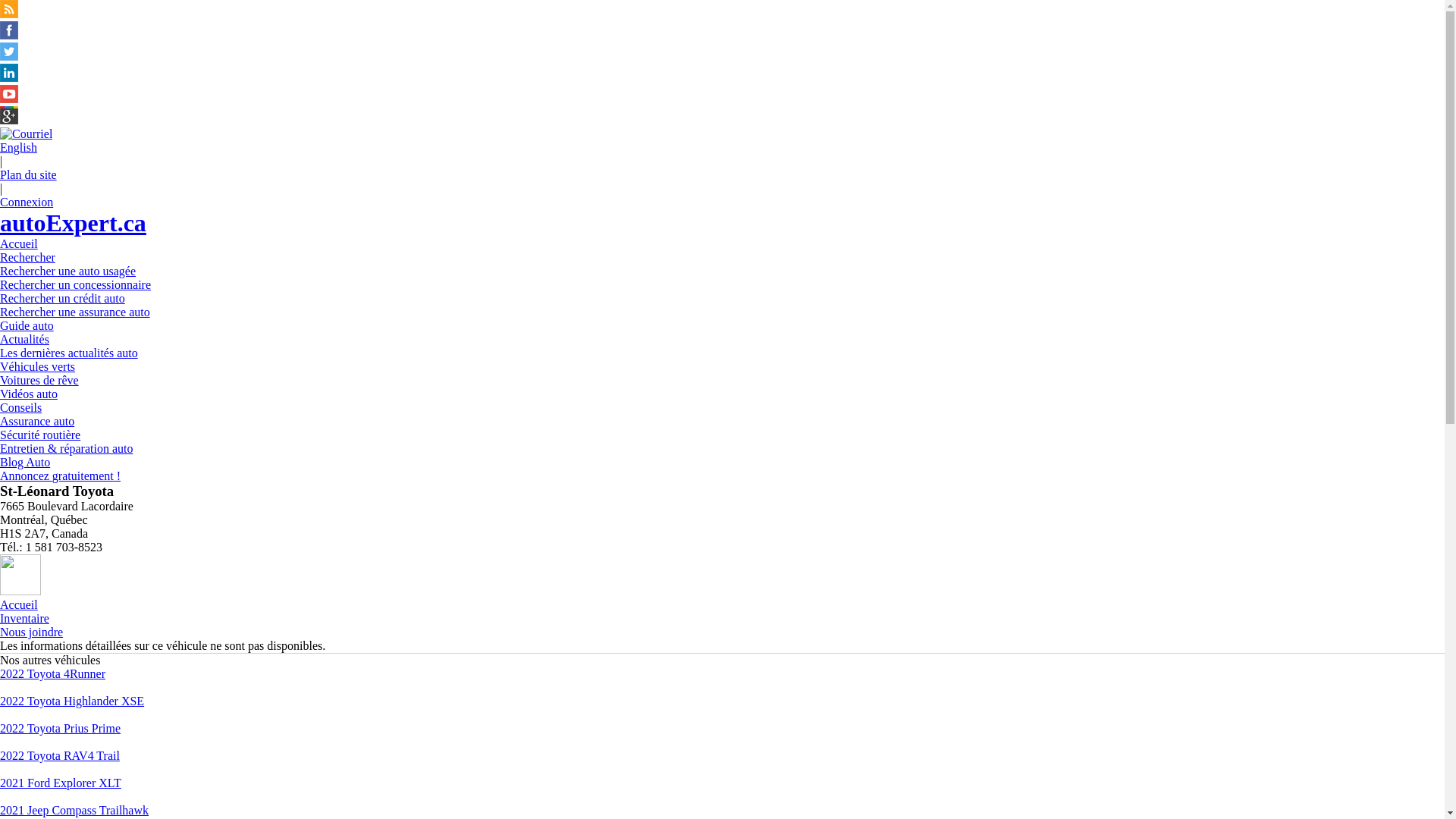 The height and width of the screenshot is (819, 1456). I want to click on 'Annoncez gratuitement !', so click(60, 475).